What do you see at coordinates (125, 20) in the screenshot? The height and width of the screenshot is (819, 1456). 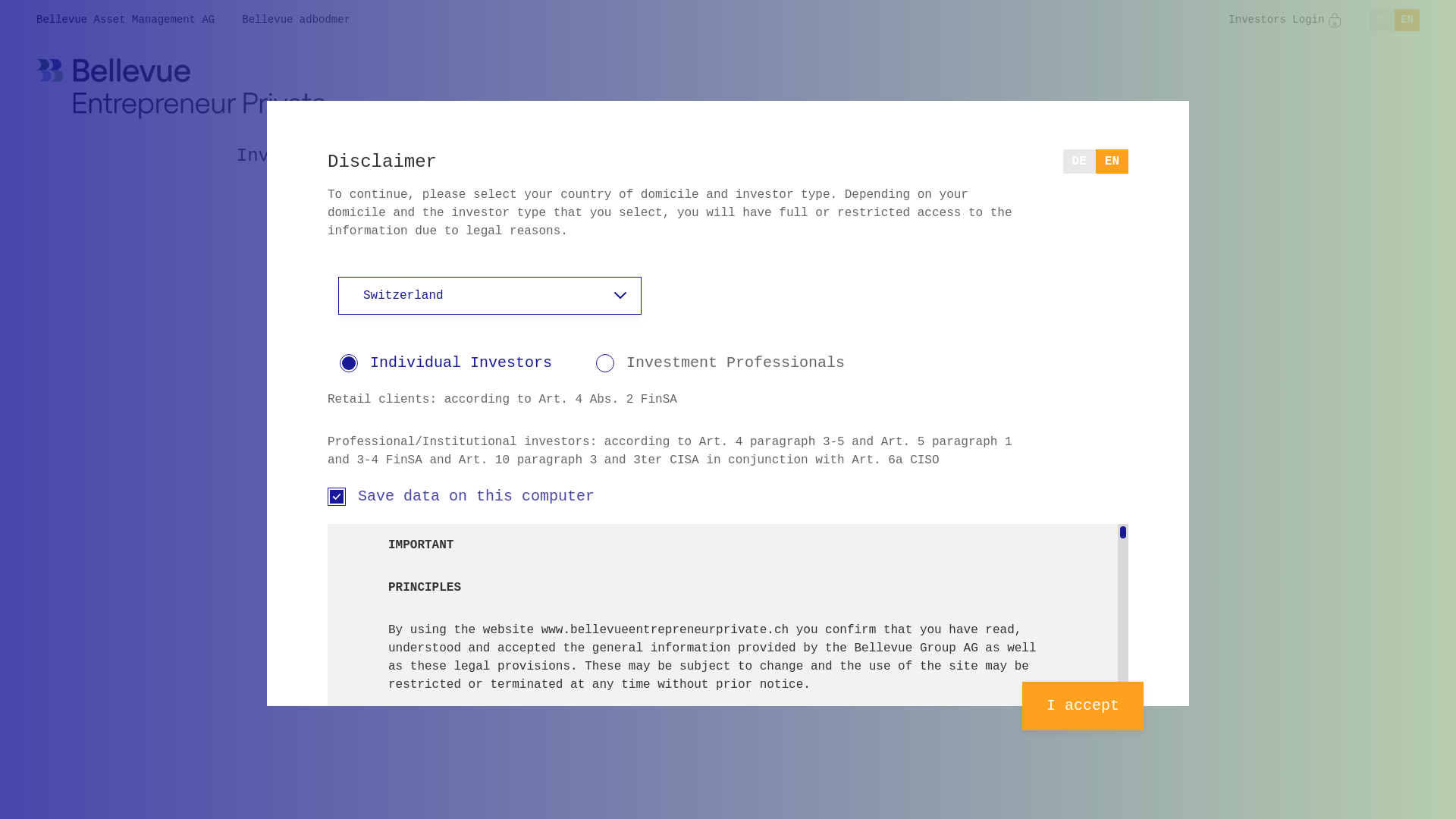 I see `'Bellevue Asset Management AG'` at bounding box center [125, 20].